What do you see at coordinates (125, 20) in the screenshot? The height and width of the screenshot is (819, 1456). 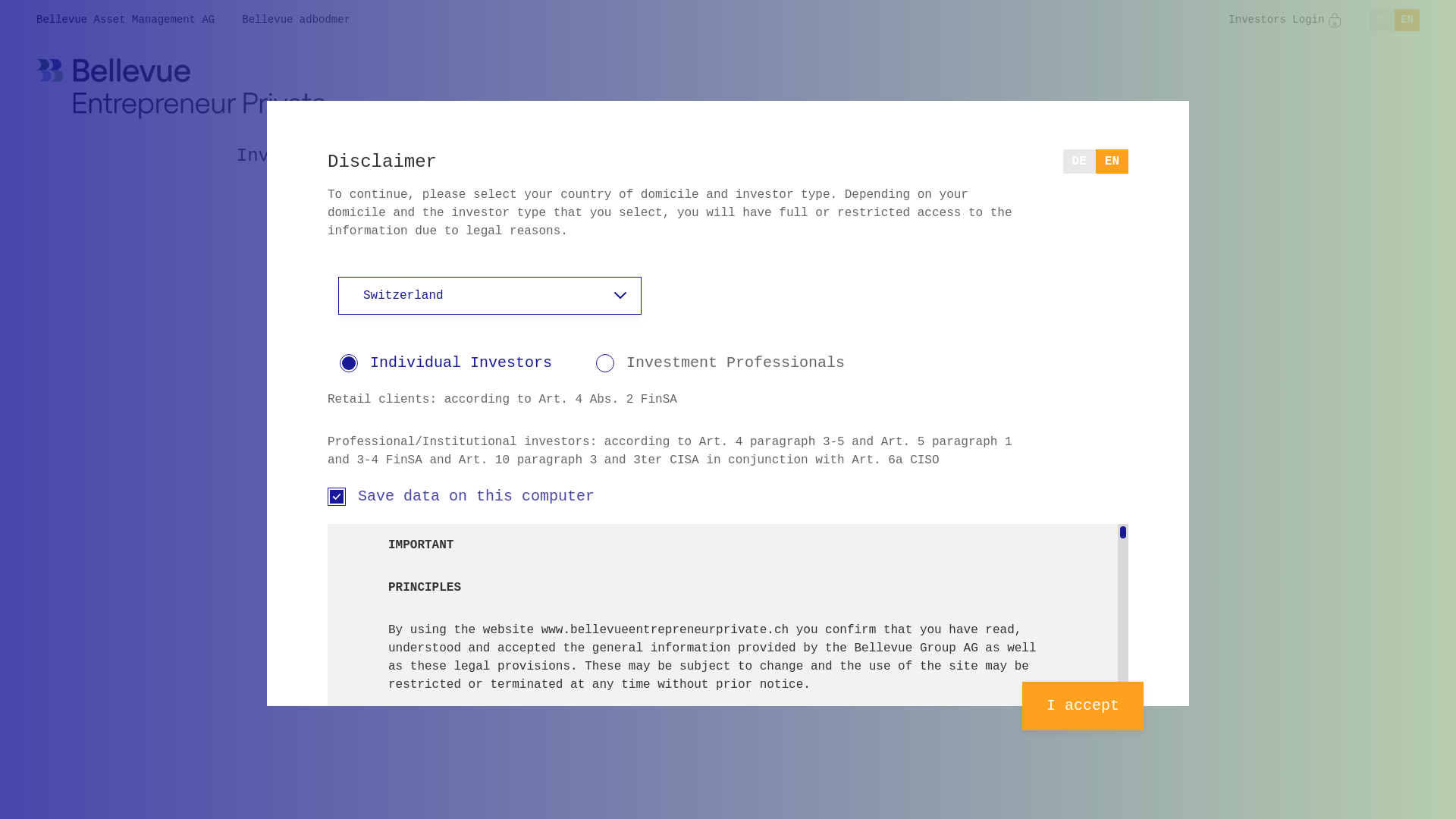 I see `'Bellevue Asset Management AG'` at bounding box center [125, 20].